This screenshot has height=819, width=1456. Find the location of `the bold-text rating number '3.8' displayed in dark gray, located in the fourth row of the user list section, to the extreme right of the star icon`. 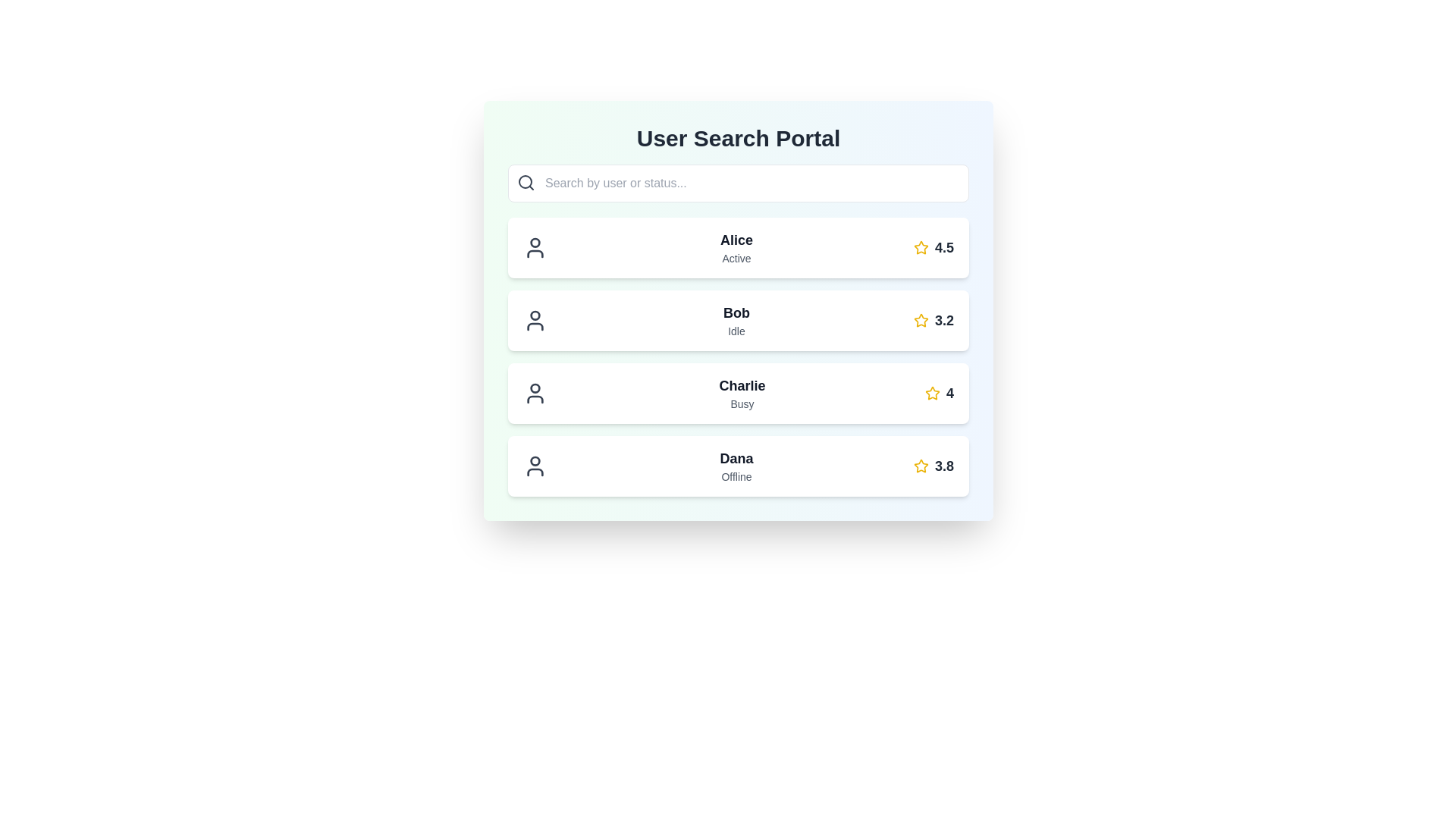

the bold-text rating number '3.8' displayed in dark gray, located in the fourth row of the user list section, to the extreme right of the star icon is located at coordinates (943, 465).